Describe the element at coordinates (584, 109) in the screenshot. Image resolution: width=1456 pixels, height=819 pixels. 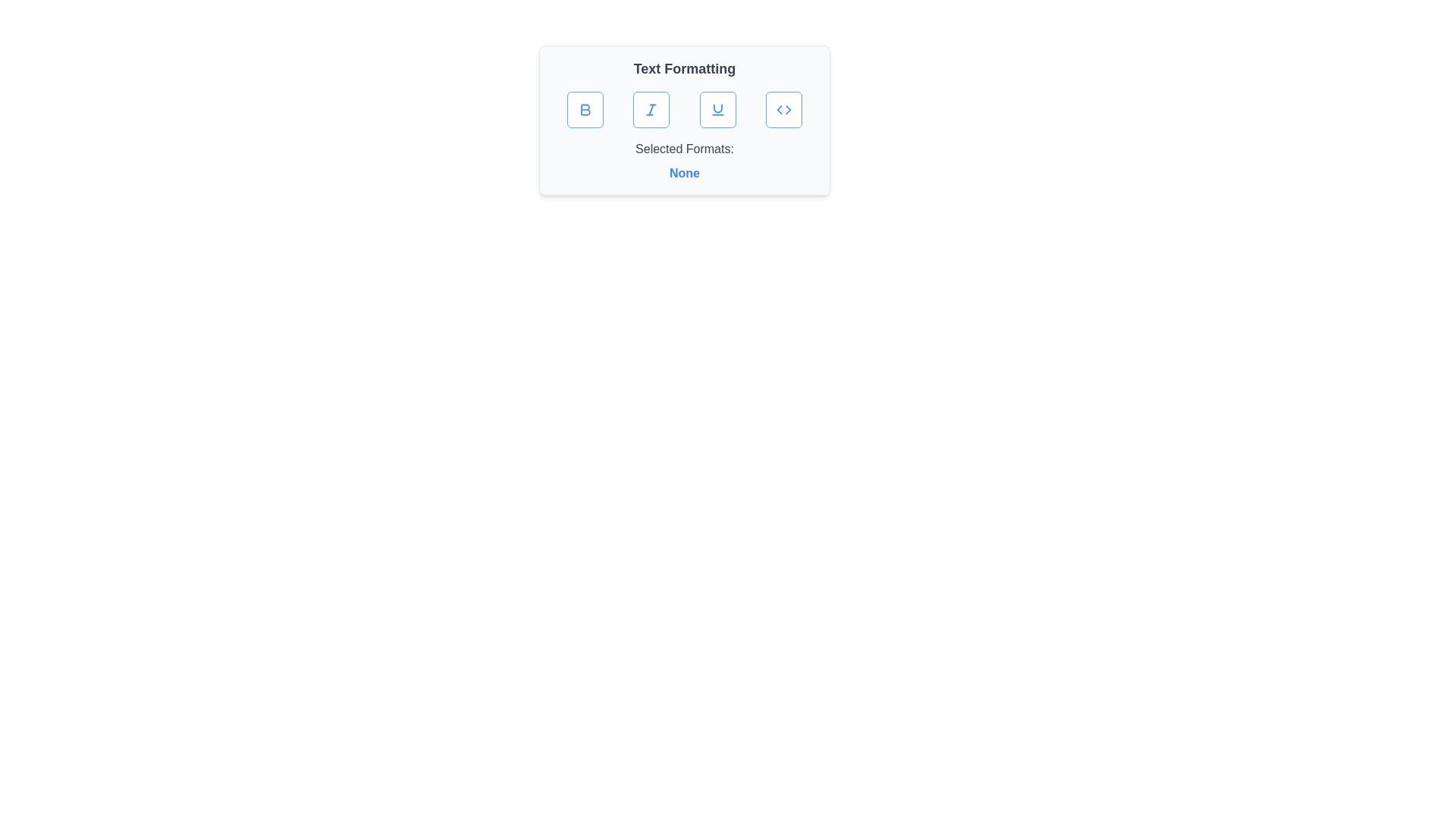
I see `the bold formatting button to toggle its state` at that location.